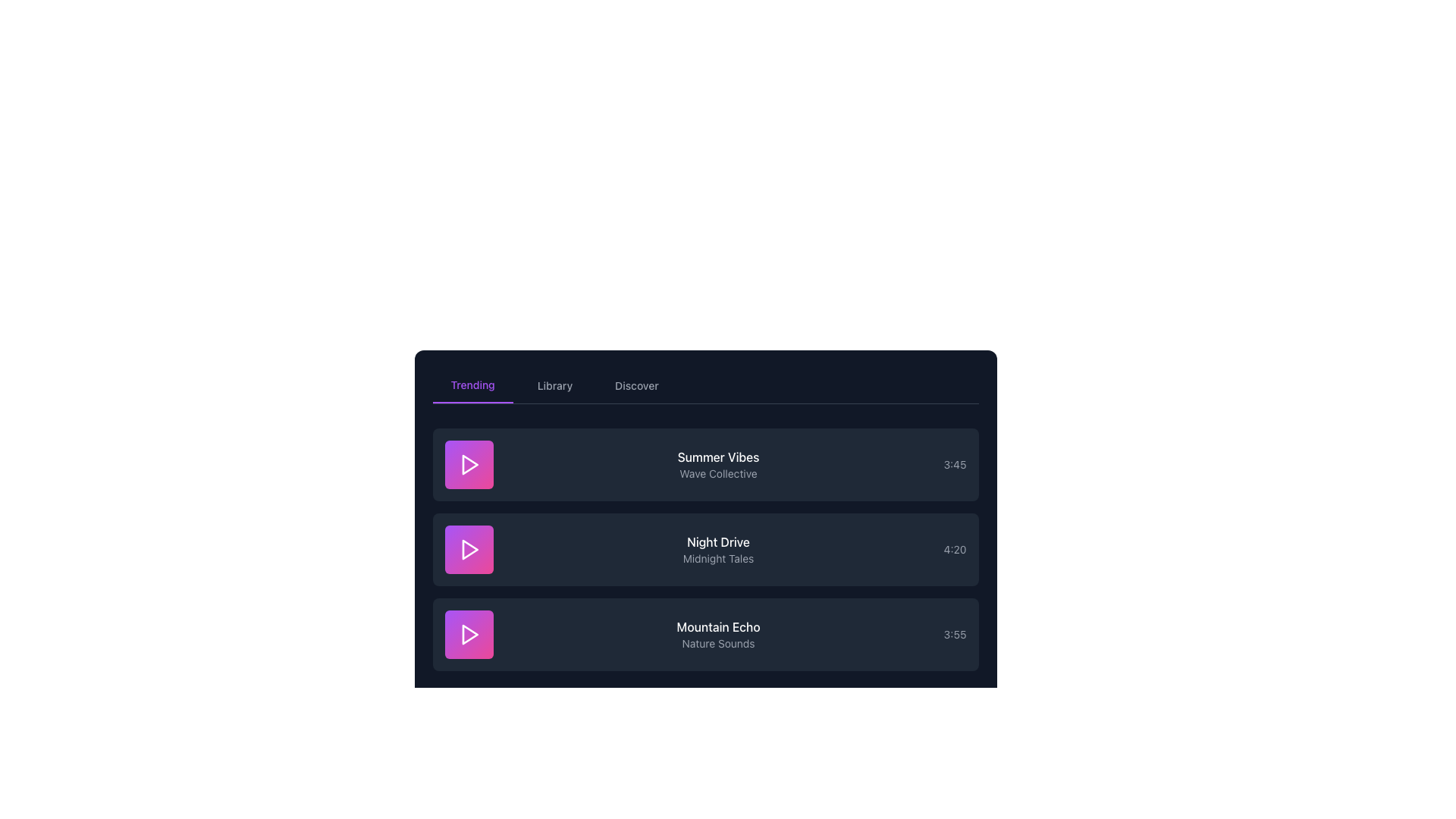 The width and height of the screenshot is (1456, 819). What do you see at coordinates (717, 550) in the screenshot?
I see `the text block displaying 'Night Drive' and 'Midnight Tales'` at bounding box center [717, 550].